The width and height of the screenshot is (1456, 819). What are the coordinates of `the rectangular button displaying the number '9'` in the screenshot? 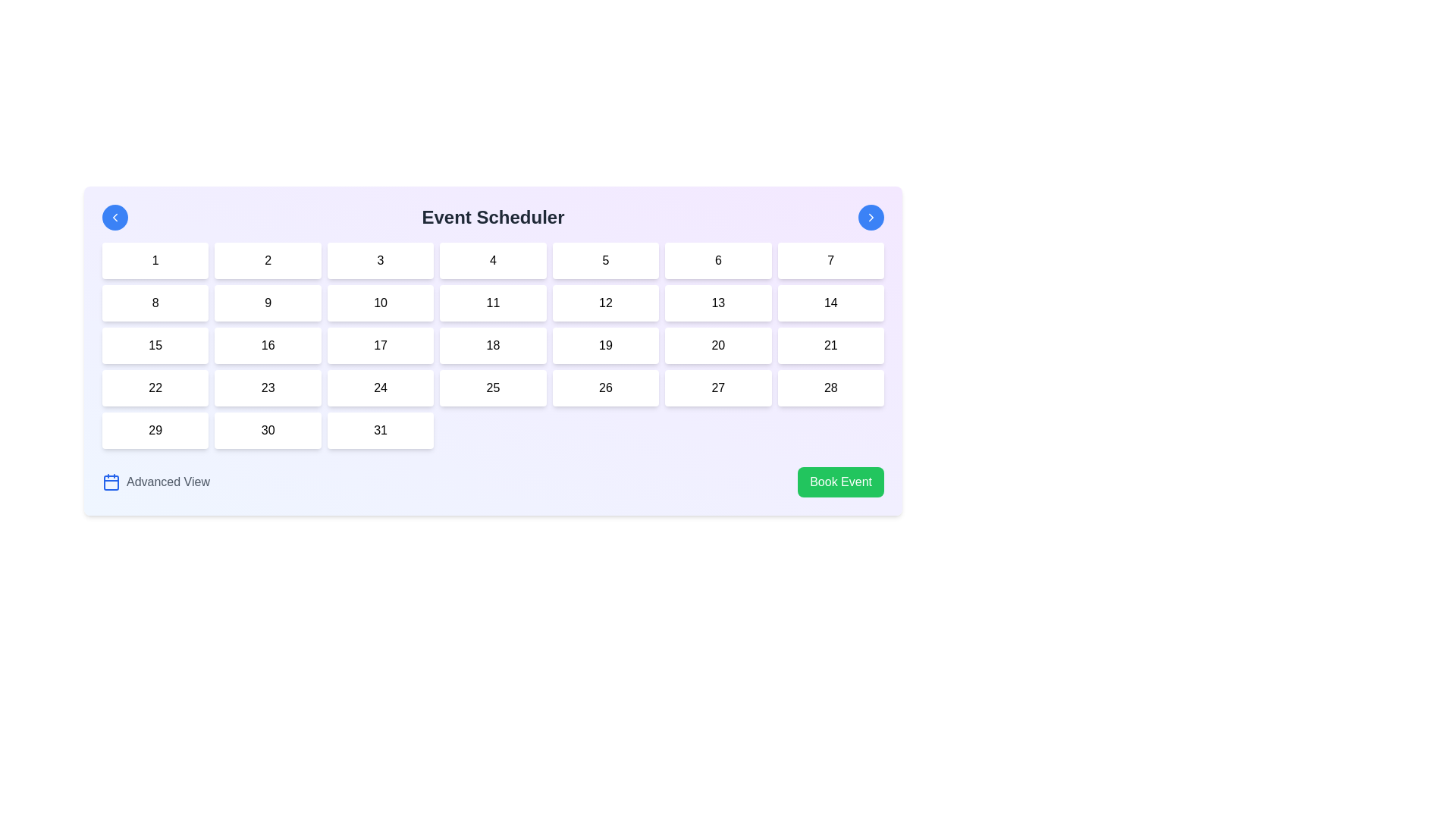 It's located at (268, 303).